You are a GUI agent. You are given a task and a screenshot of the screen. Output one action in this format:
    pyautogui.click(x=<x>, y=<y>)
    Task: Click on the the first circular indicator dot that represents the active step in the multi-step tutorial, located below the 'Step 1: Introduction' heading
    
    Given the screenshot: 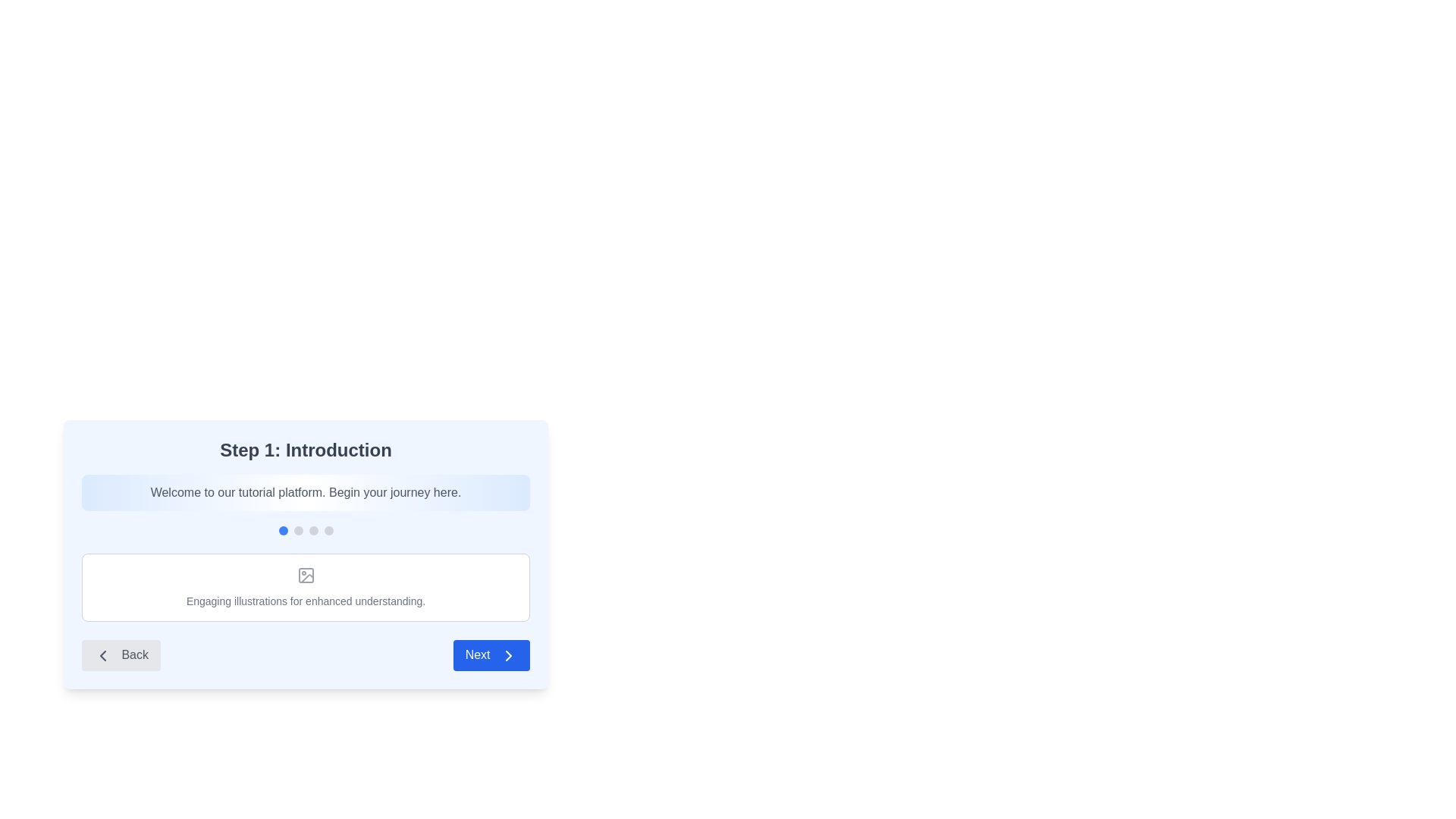 What is the action you would take?
    pyautogui.click(x=283, y=529)
    